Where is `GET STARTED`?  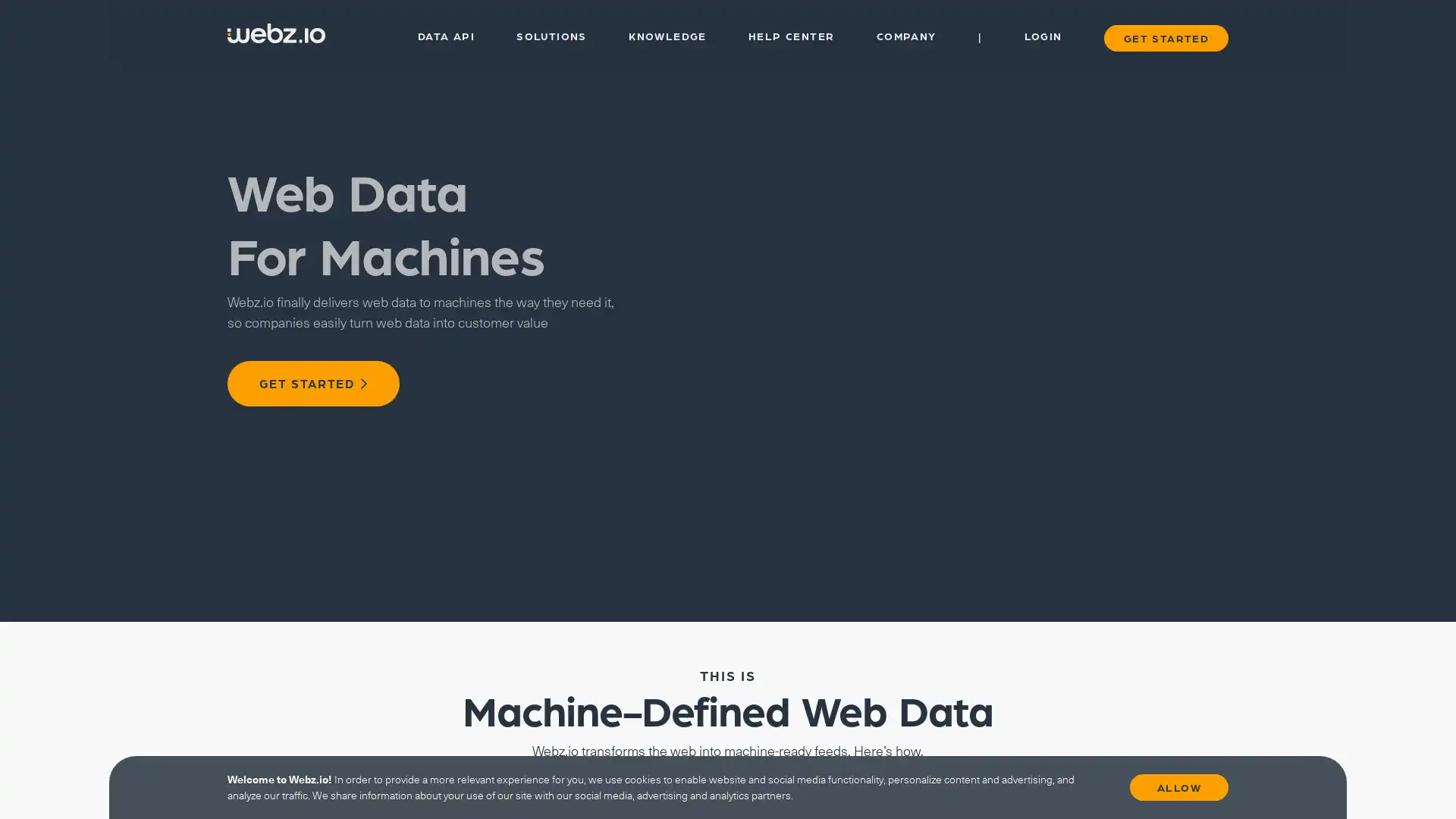
GET STARTED is located at coordinates (312, 382).